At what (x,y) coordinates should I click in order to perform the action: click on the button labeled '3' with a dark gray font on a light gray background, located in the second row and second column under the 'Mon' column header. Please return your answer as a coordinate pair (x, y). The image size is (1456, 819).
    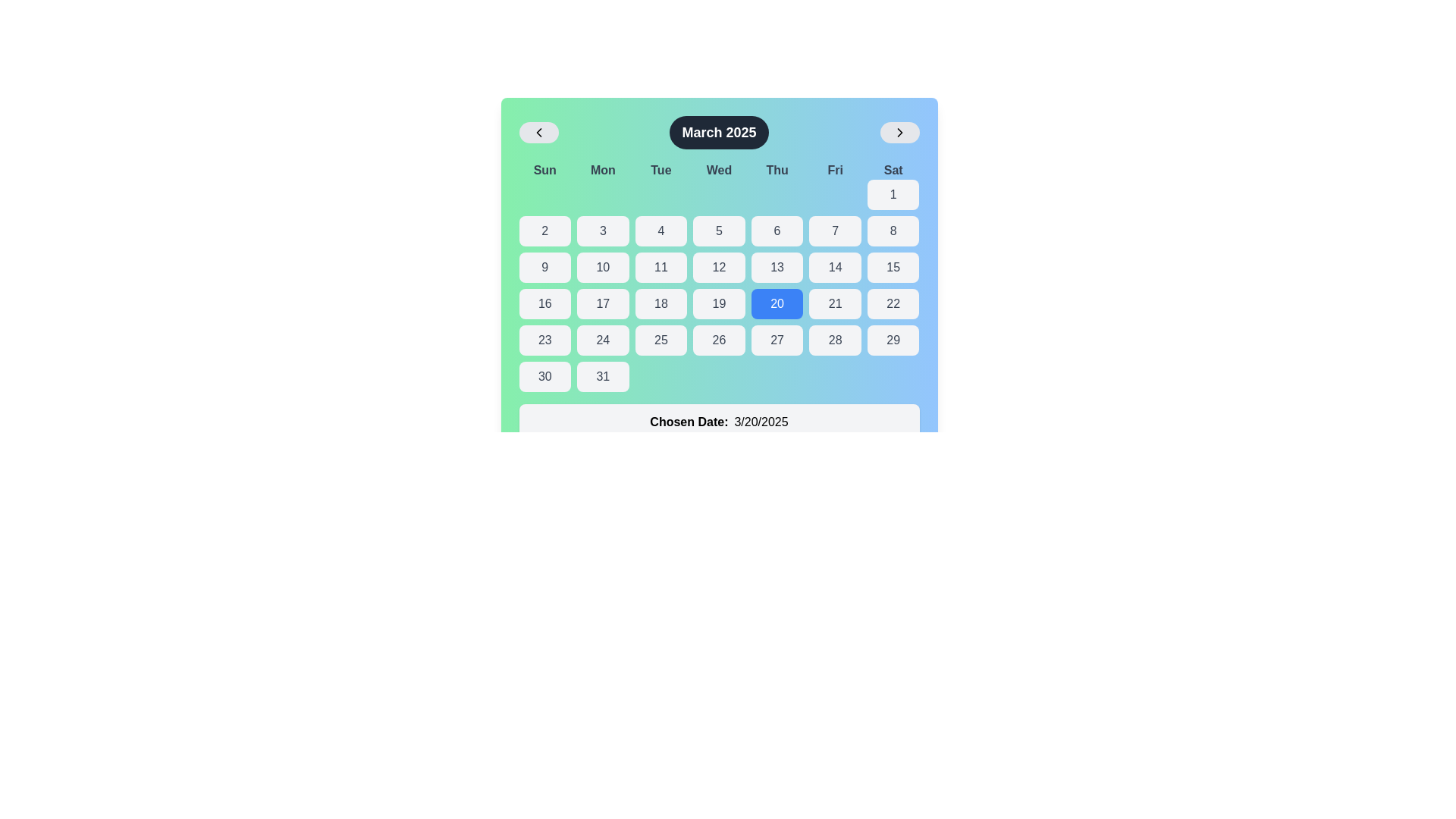
    Looking at the image, I should click on (602, 231).